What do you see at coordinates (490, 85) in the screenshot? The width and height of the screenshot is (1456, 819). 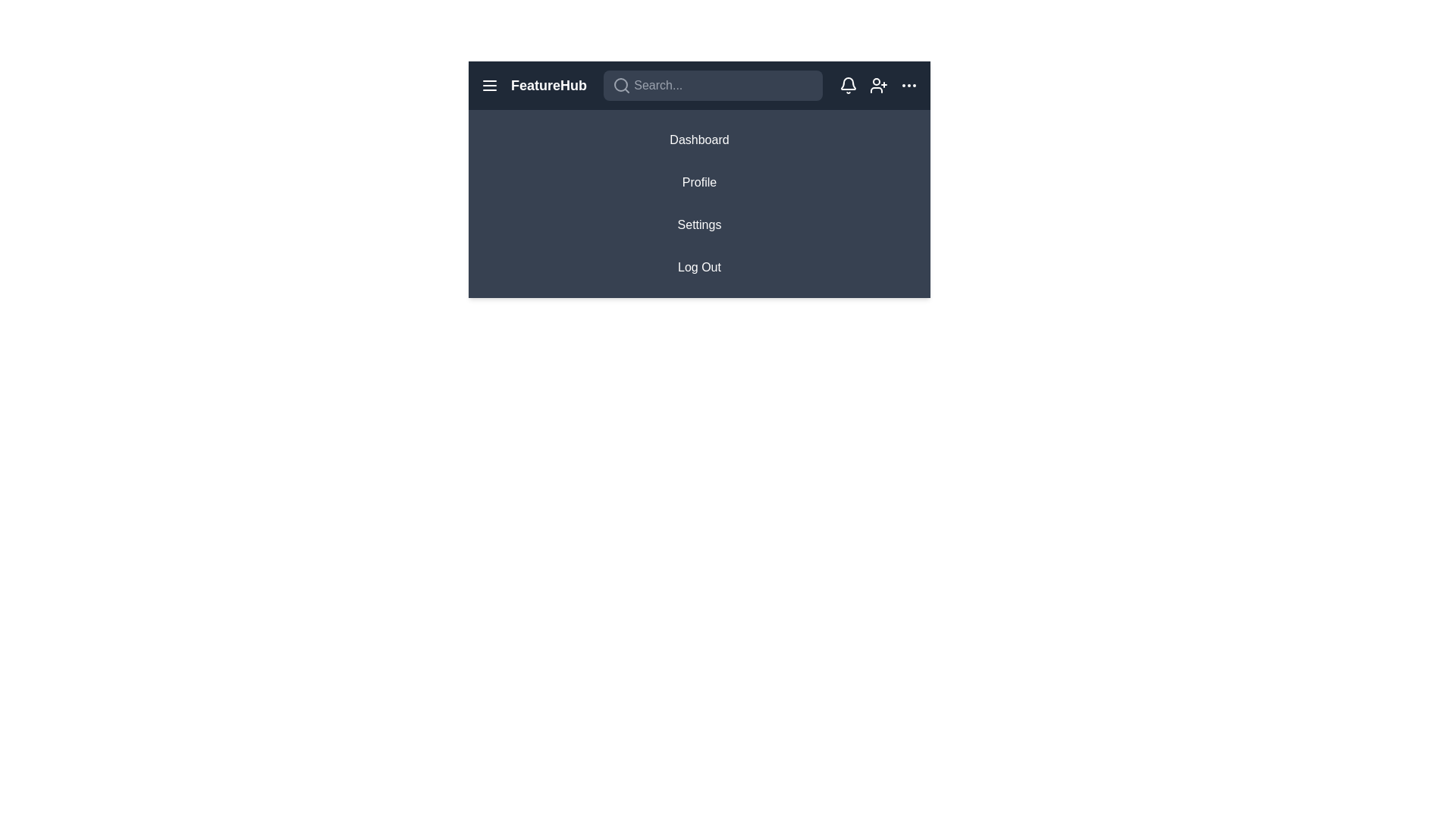 I see `the Hamburger Menu icon located at the top-left corner of the interface, which opens the sidebar or dropdown navigation menu` at bounding box center [490, 85].